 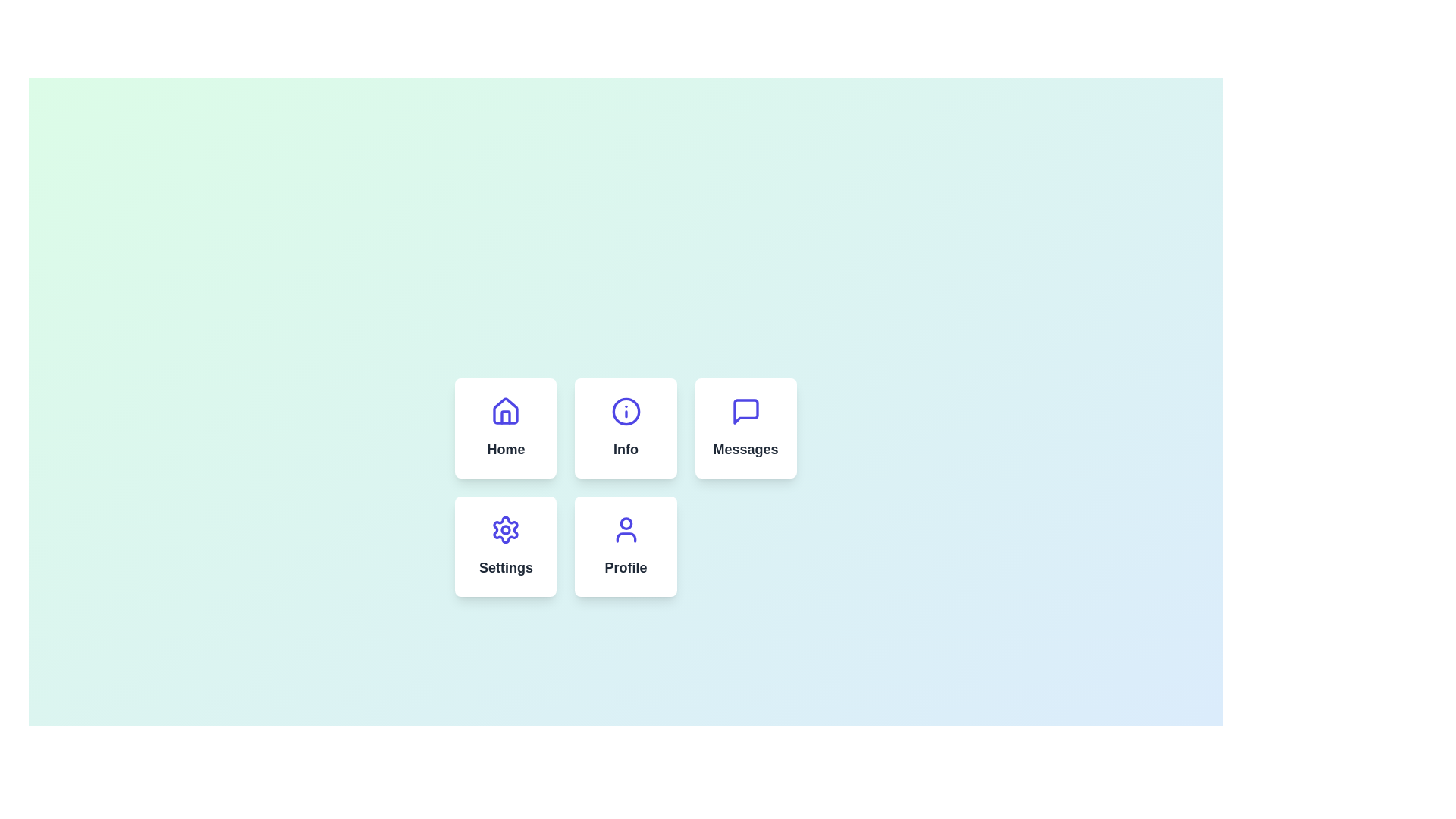 What do you see at coordinates (506, 529) in the screenshot?
I see `the blue gear-shaped icon located within the 'Settings' card, which is in the middle row, first column of a 2x3 grid` at bounding box center [506, 529].